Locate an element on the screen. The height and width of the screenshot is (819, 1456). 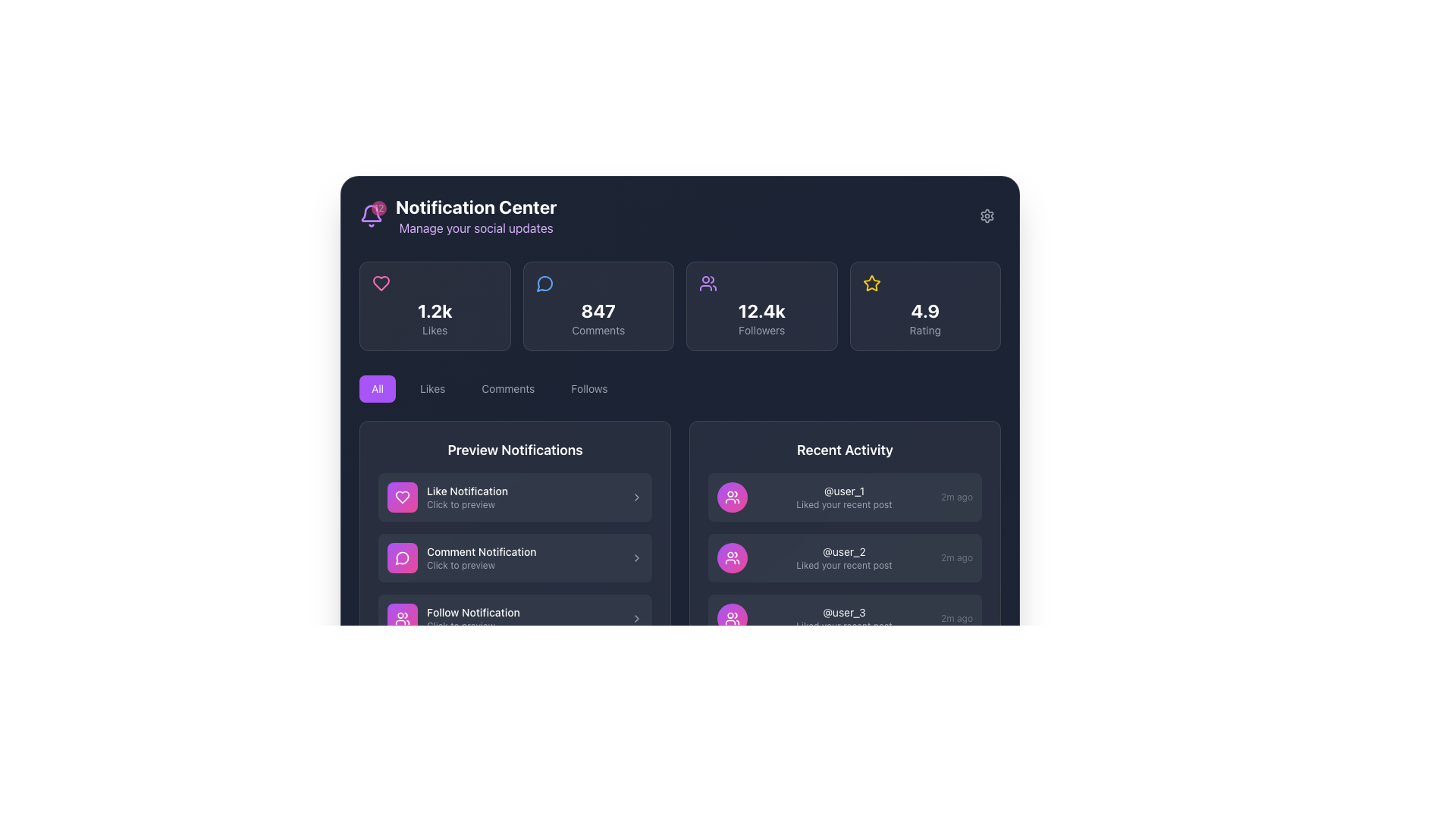
the Text label that displays the relative time elapsed since a specific action occurred, located at the far right of the first notification entry in the 'Recent Activity' section is located at coordinates (956, 497).